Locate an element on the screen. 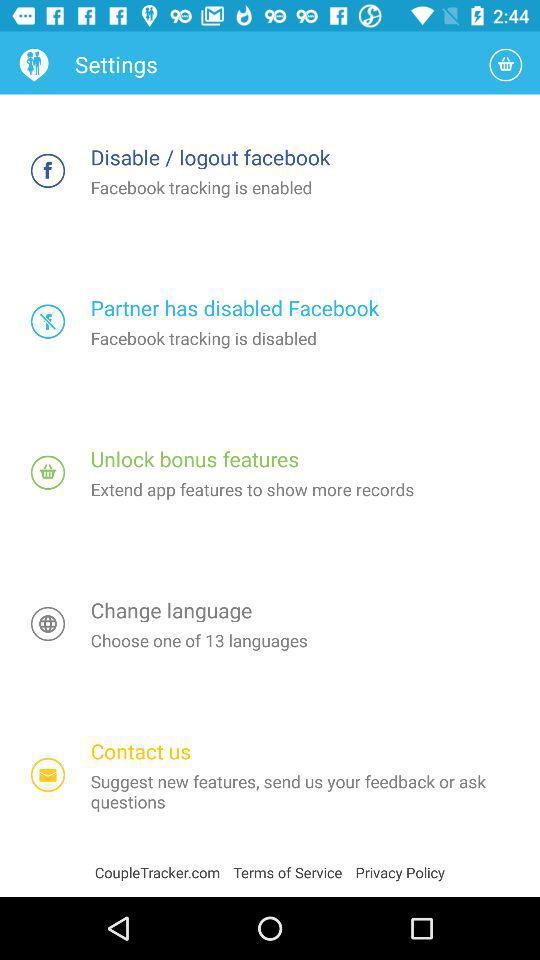 The width and height of the screenshot is (540, 960). the app to the left of privacy policy icon is located at coordinates (293, 871).